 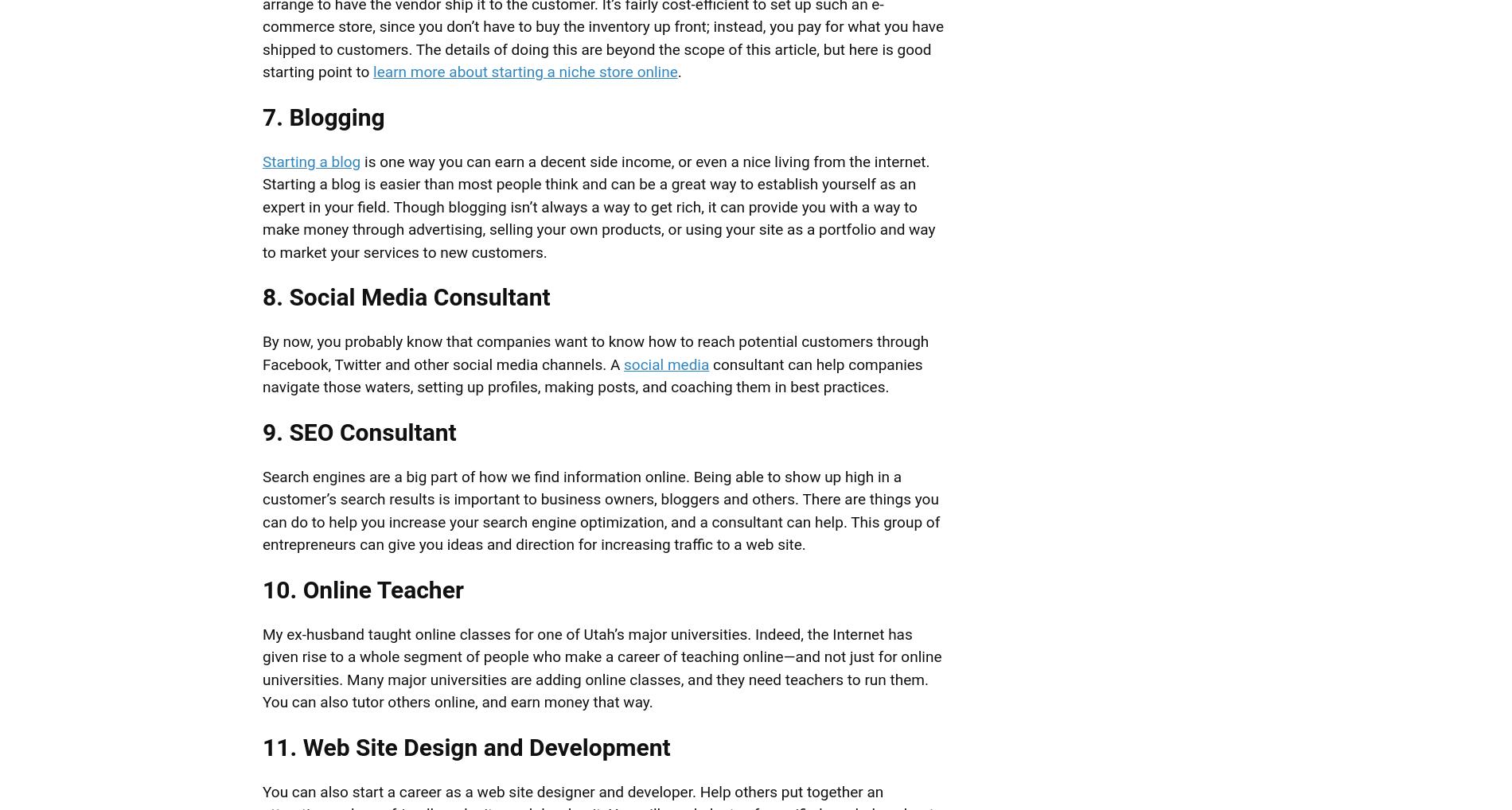 I want to click on 'Search engines are a big part of how we find information online. Being able to show up high in a customer’s search results is important to business owners, bloggers and others. There are things you can do to help you increase your search engine optimization, and a consultant can help. This group of entrepreneurs can give you ideas and direction for increasing traffic to a web site.', so click(x=262, y=509).